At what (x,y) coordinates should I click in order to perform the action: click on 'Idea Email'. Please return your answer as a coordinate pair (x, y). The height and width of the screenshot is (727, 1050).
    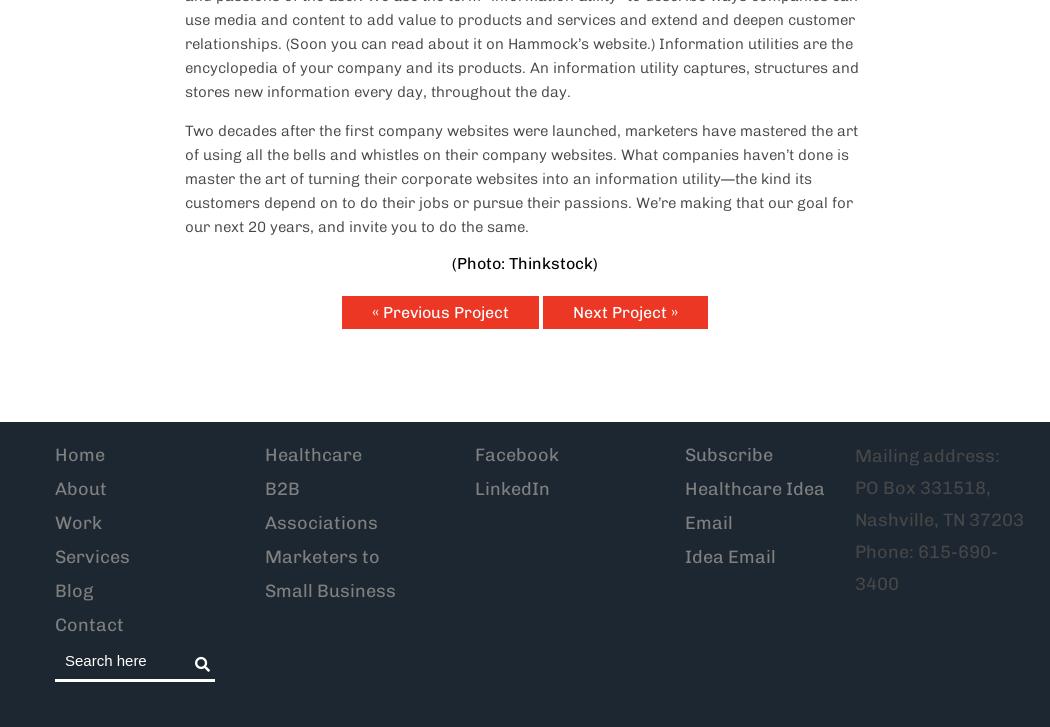
    Looking at the image, I should click on (729, 556).